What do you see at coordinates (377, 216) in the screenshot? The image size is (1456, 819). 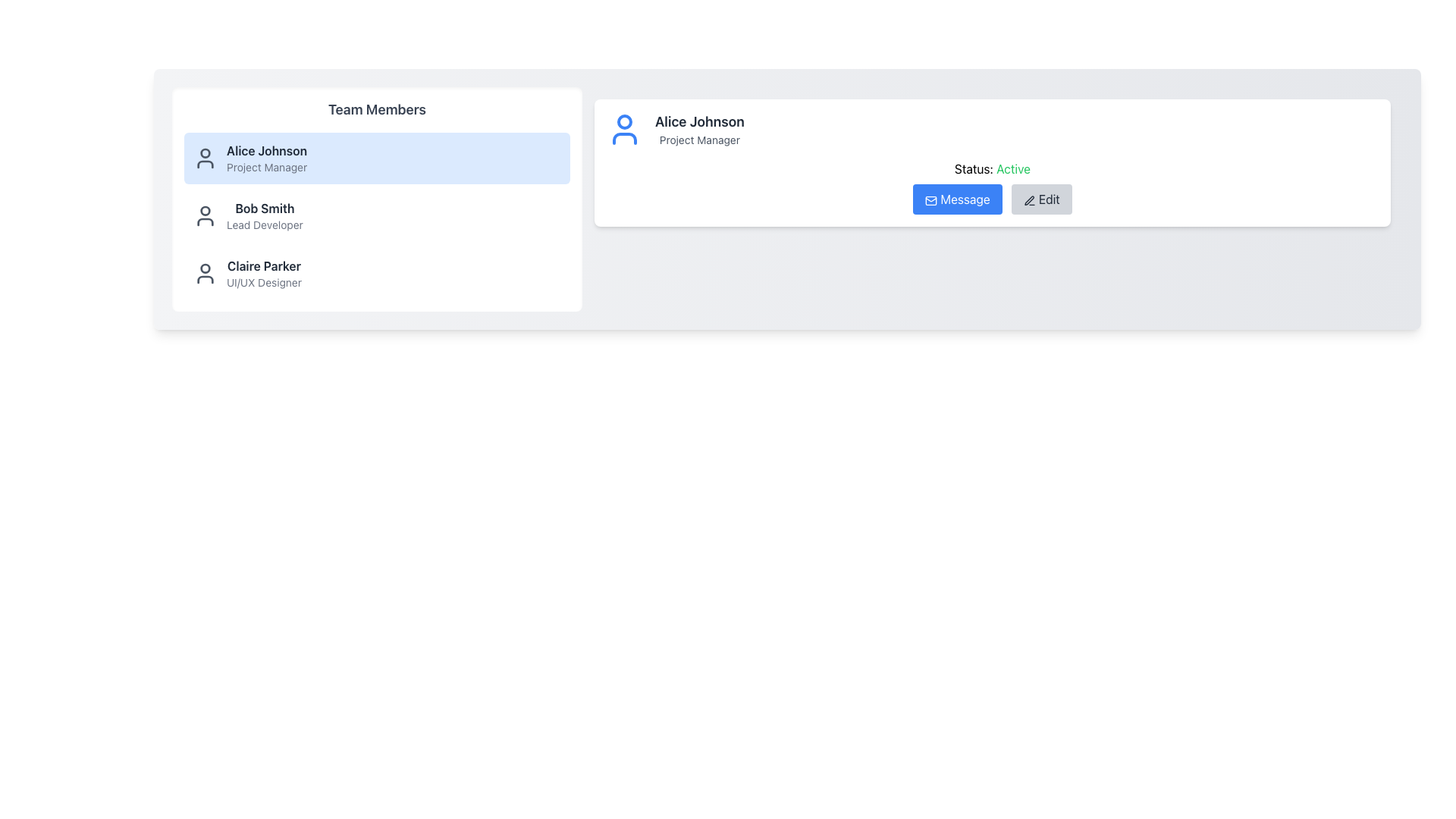 I see `the List Card element representing 'Bob Smith', the second card in the list under 'Team Members'` at bounding box center [377, 216].